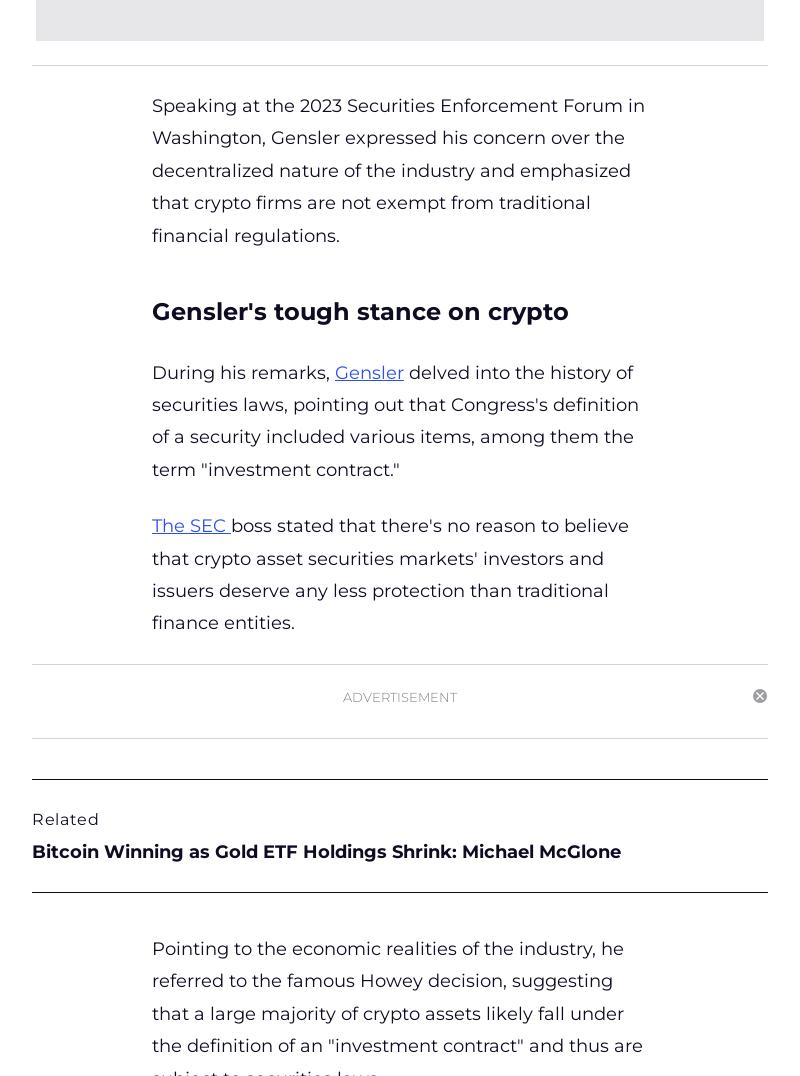 Image resolution: width=800 pixels, height=1076 pixels. I want to click on 'Advertisement', so click(343, 695).